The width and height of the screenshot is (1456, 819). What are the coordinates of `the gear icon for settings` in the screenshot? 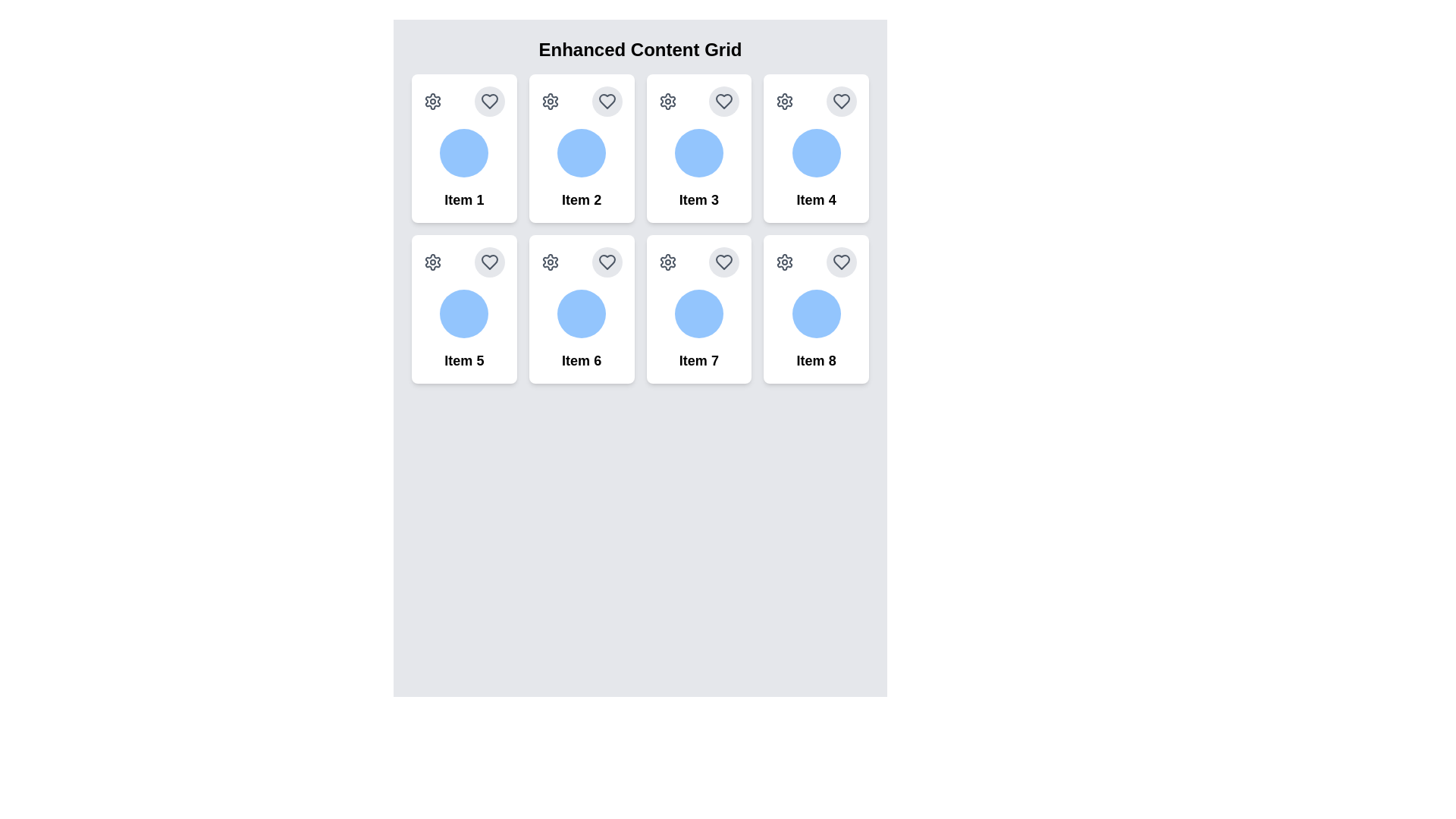 It's located at (432, 102).